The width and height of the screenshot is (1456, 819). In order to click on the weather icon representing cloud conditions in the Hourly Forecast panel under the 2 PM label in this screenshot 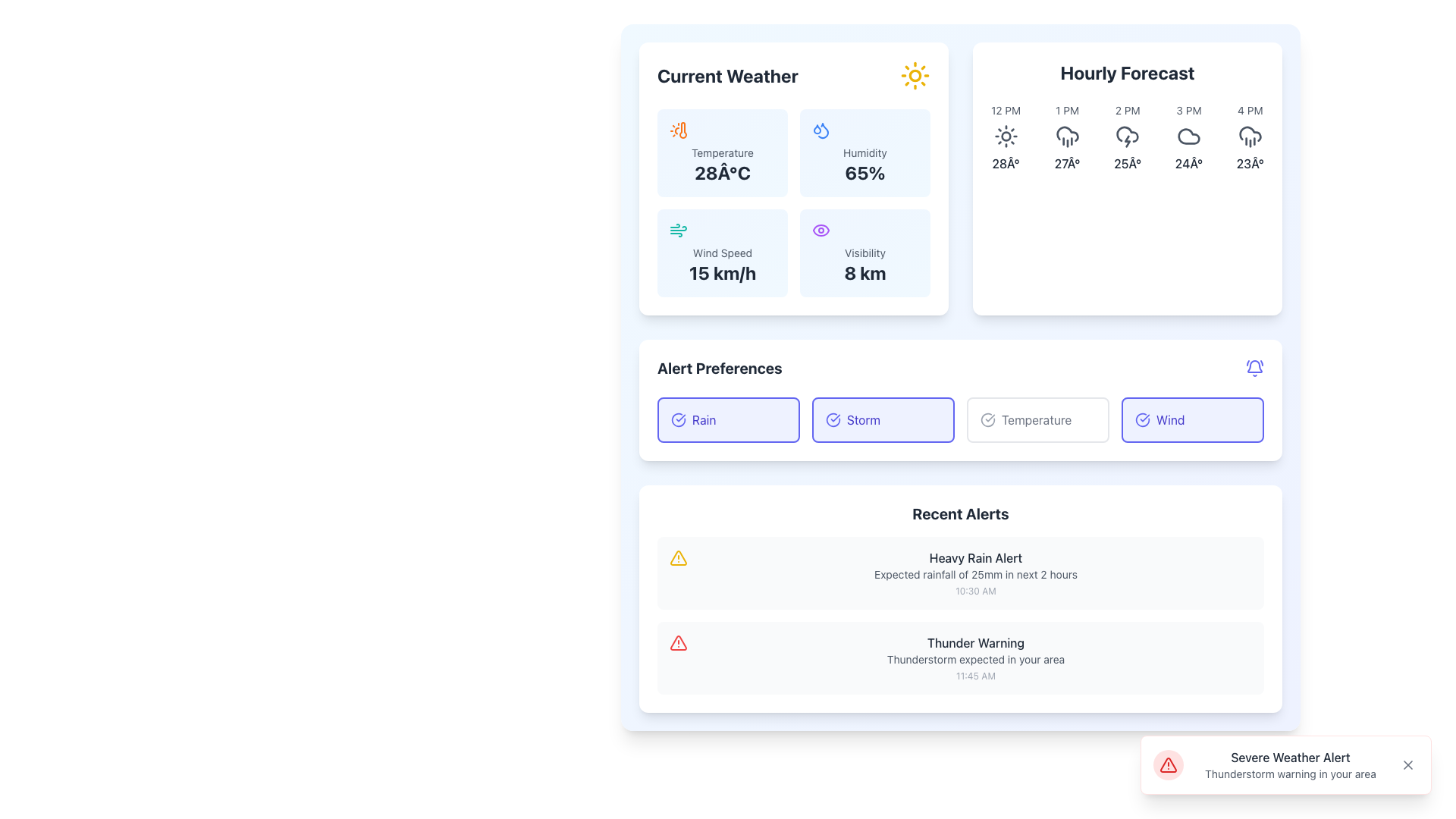, I will do `click(1128, 133)`.